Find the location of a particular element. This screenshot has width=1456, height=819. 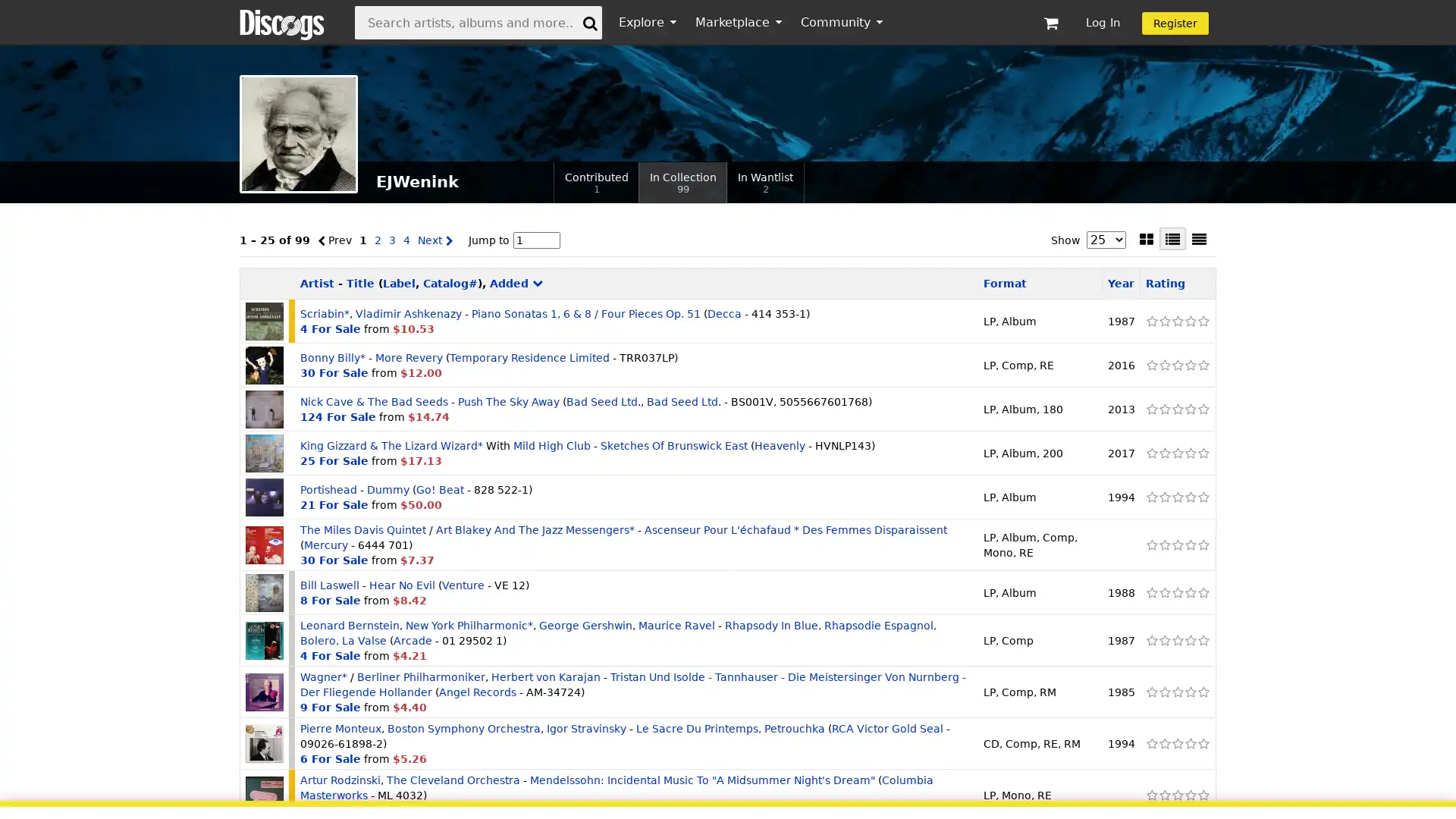

Search is located at coordinates (588, 21).